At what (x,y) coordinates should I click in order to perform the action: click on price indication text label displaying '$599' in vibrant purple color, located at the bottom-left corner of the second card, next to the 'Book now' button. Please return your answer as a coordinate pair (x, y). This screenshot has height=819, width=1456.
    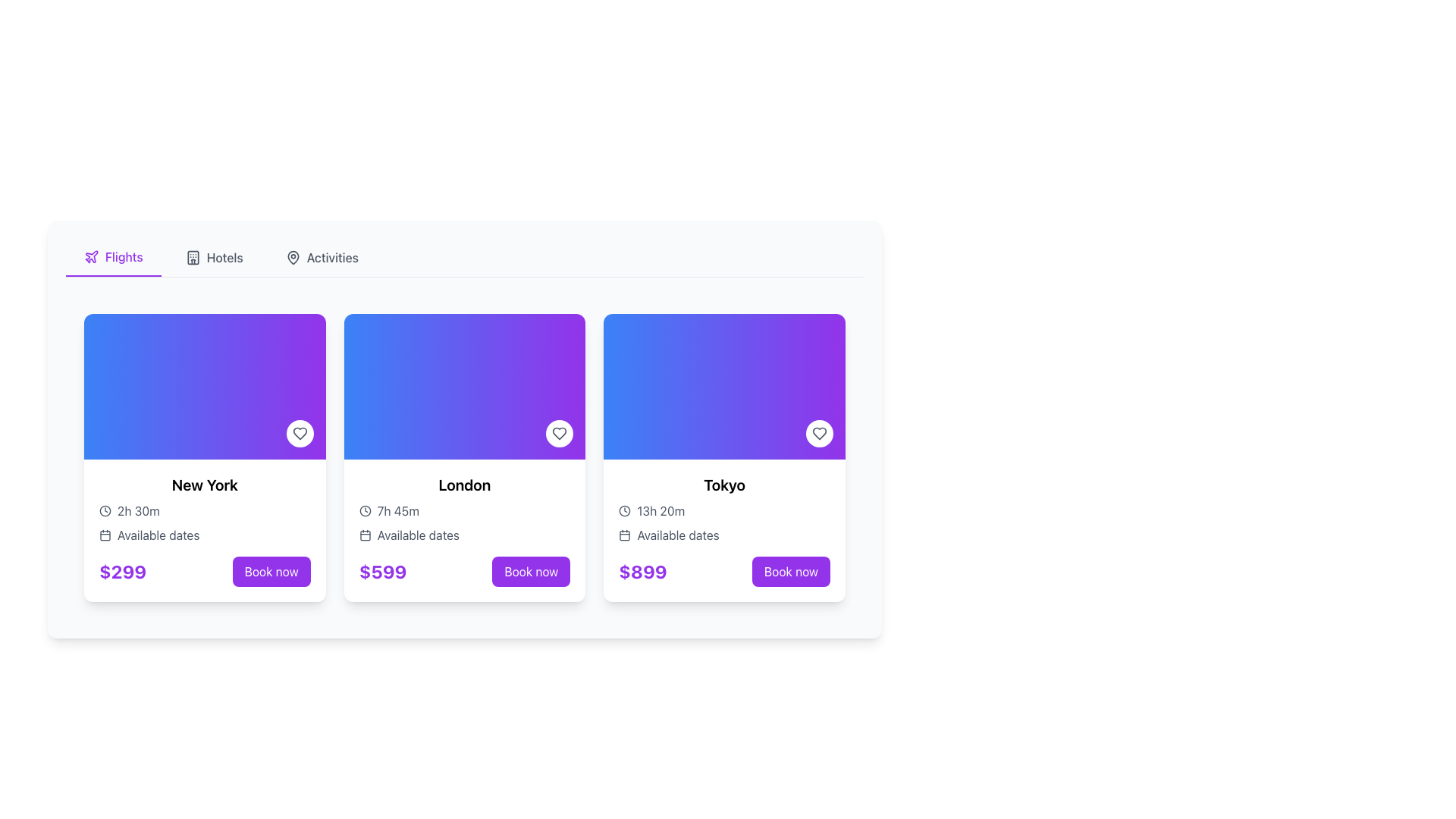
    Looking at the image, I should click on (382, 571).